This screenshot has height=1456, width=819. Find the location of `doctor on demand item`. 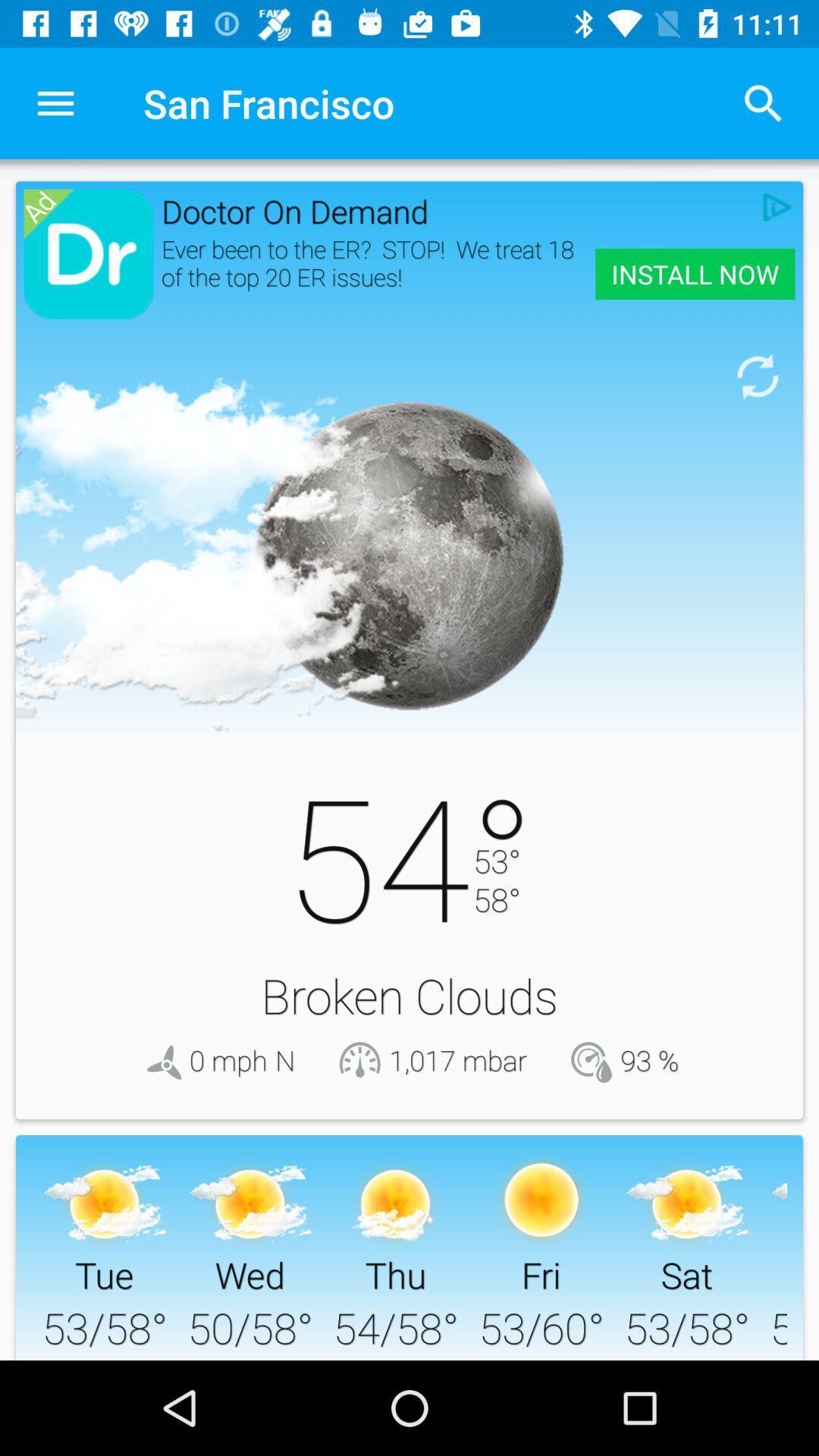

doctor on demand item is located at coordinates (457, 210).